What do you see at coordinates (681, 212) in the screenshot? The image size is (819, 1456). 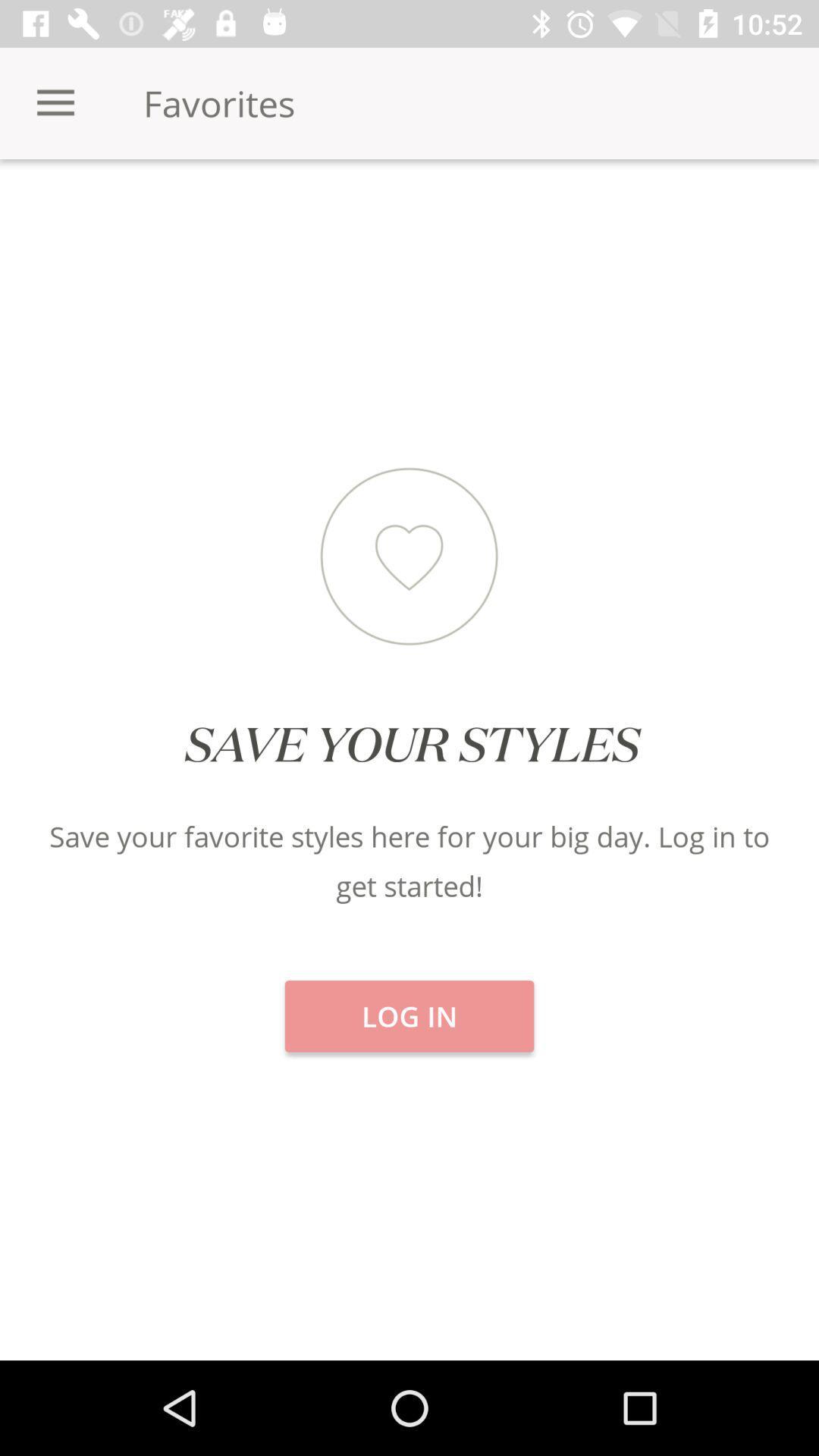 I see `the item above the hello` at bounding box center [681, 212].